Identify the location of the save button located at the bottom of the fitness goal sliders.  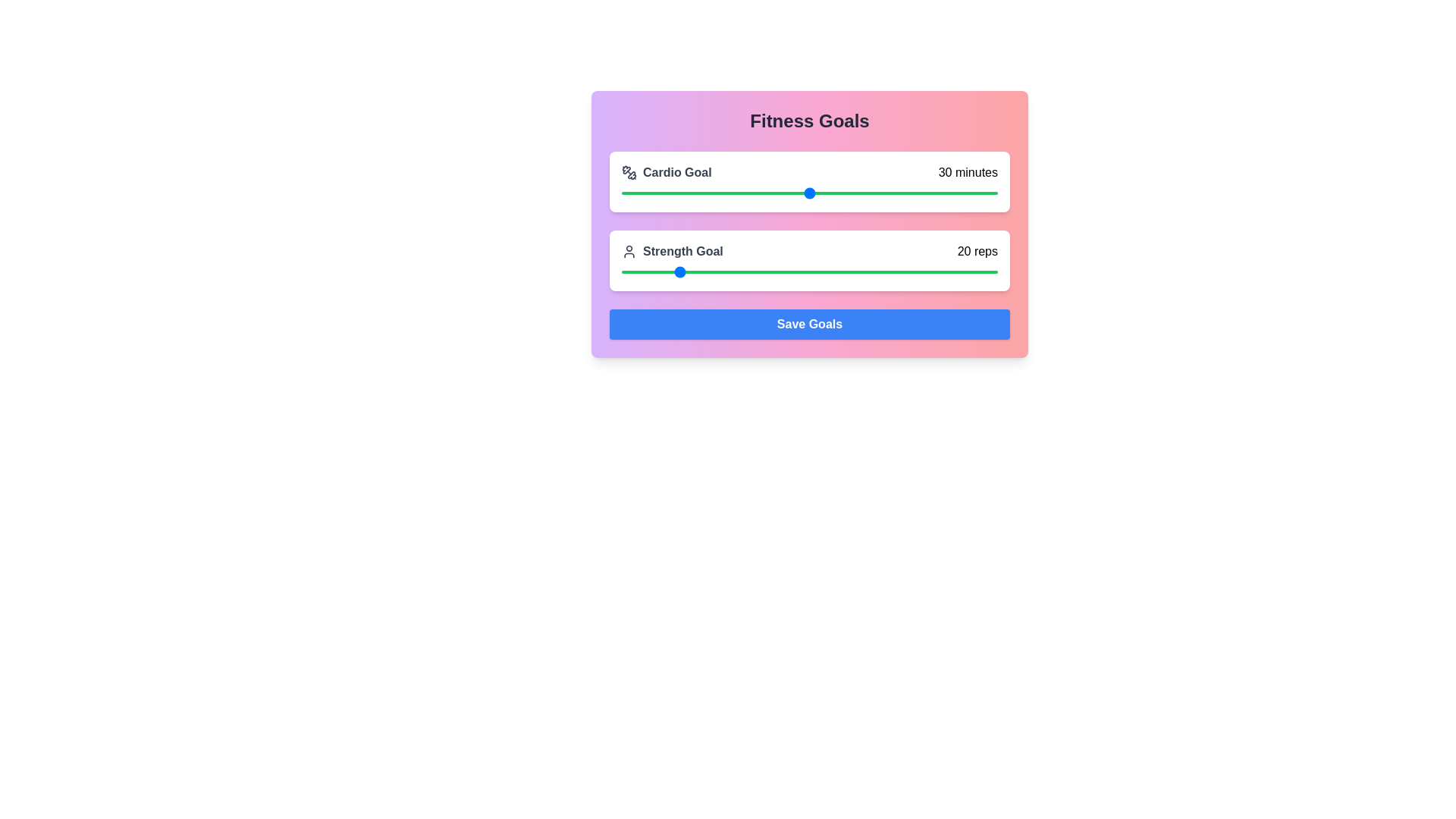
(809, 324).